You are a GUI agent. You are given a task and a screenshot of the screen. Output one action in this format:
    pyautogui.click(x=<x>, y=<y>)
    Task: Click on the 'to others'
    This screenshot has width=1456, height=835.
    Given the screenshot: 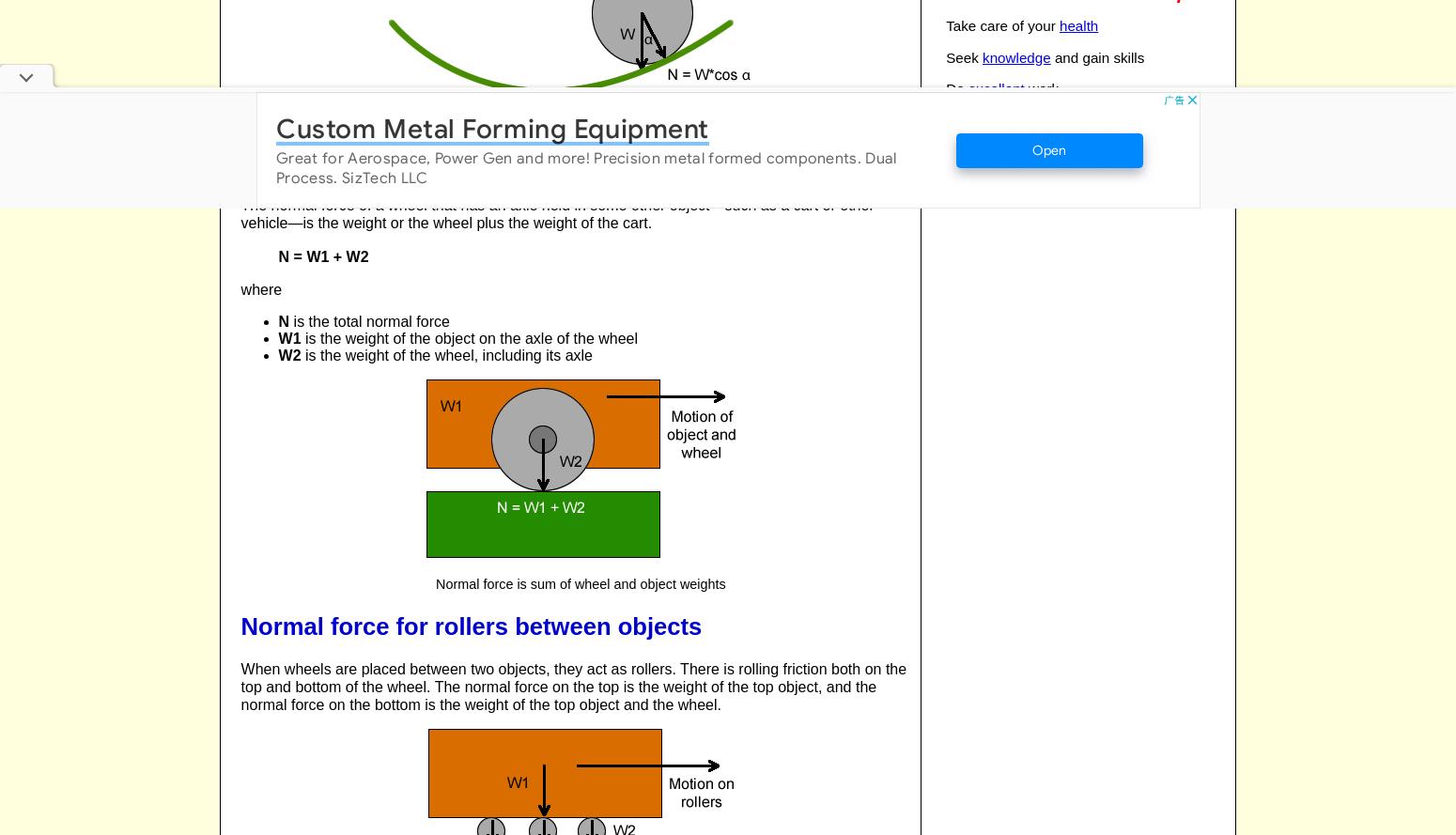 What is the action you would take?
    pyautogui.click(x=1048, y=119)
    